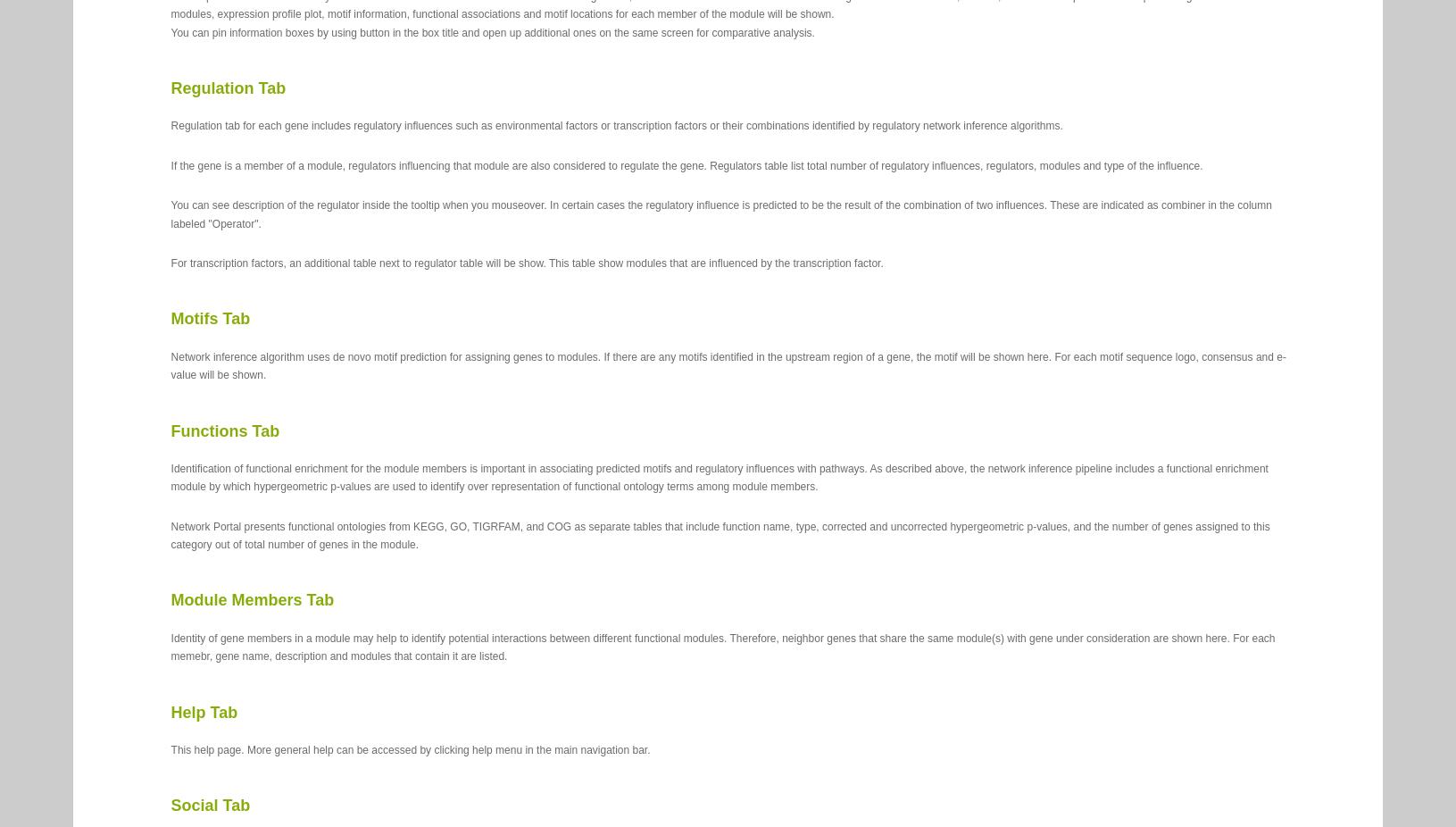 The width and height of the screenshot is (1456, 827). Describe the element at coordinates (227, 87) in the screenshot. I see `'Regulation Tab'` at that location.